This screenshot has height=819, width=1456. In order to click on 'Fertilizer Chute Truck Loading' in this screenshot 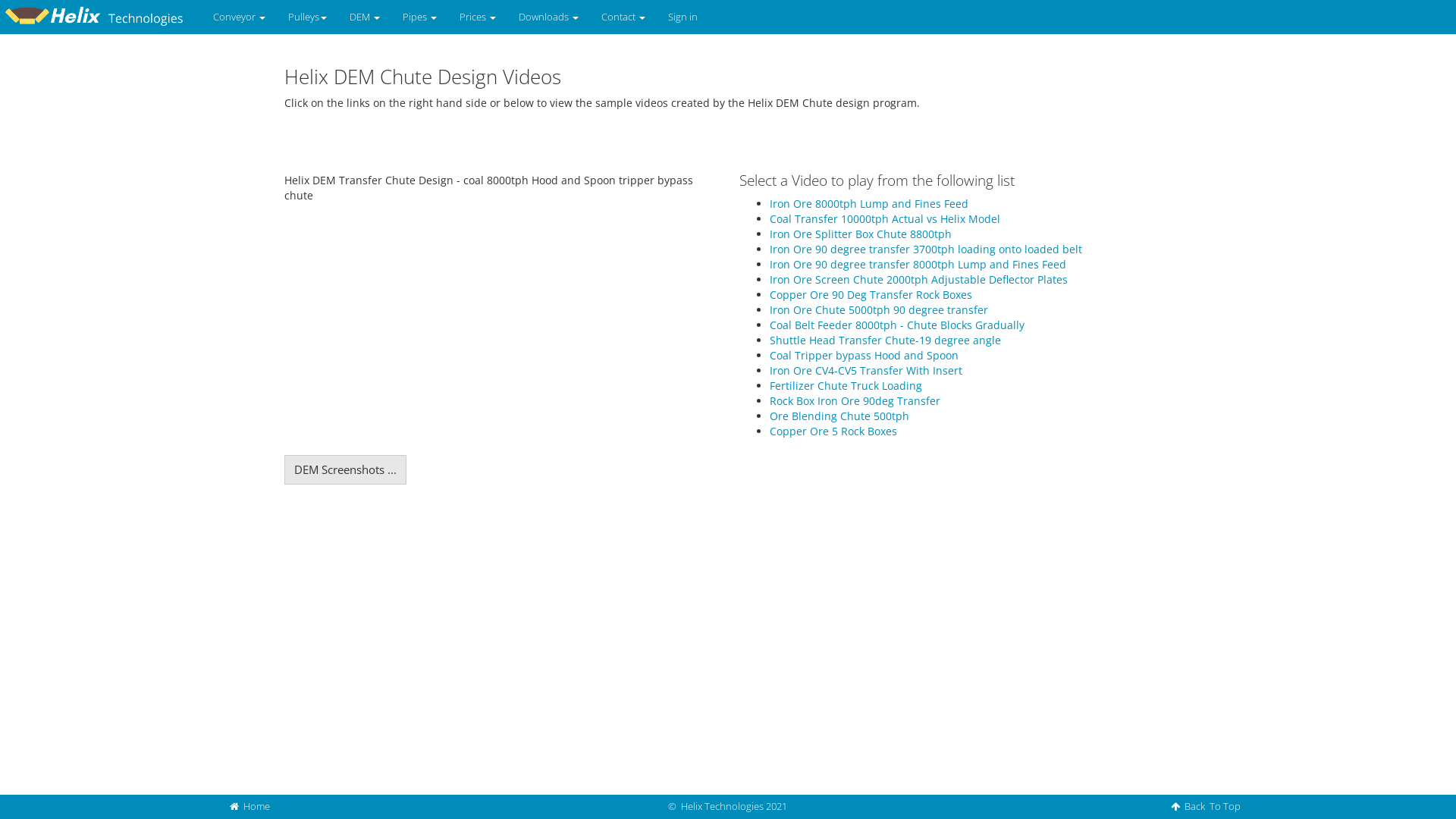, I will do `click(769, 384)`.